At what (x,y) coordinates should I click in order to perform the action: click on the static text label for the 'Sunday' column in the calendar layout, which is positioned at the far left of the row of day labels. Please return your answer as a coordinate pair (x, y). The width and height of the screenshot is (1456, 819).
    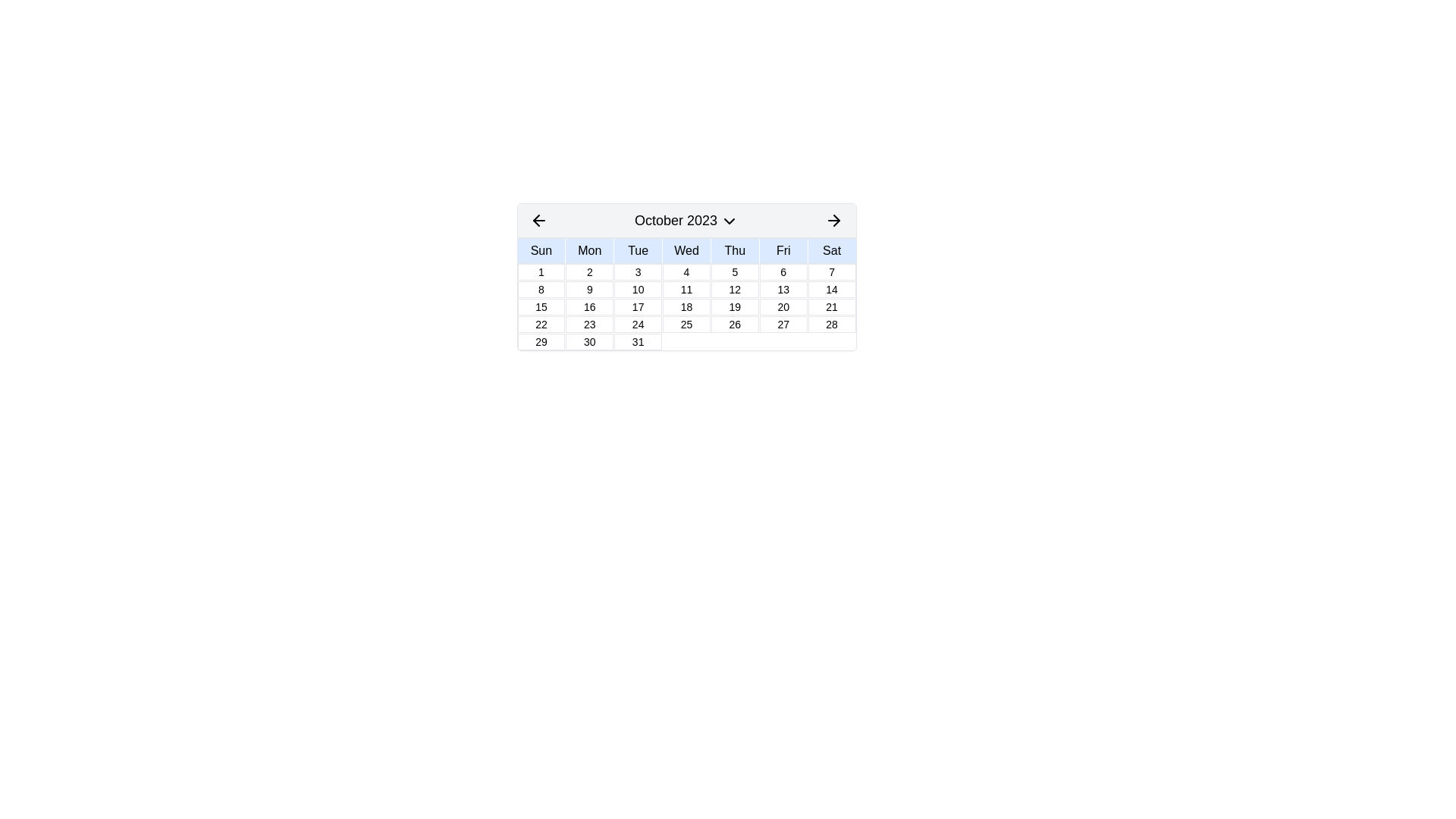
    Looking at the image, I should click on (541, 250).